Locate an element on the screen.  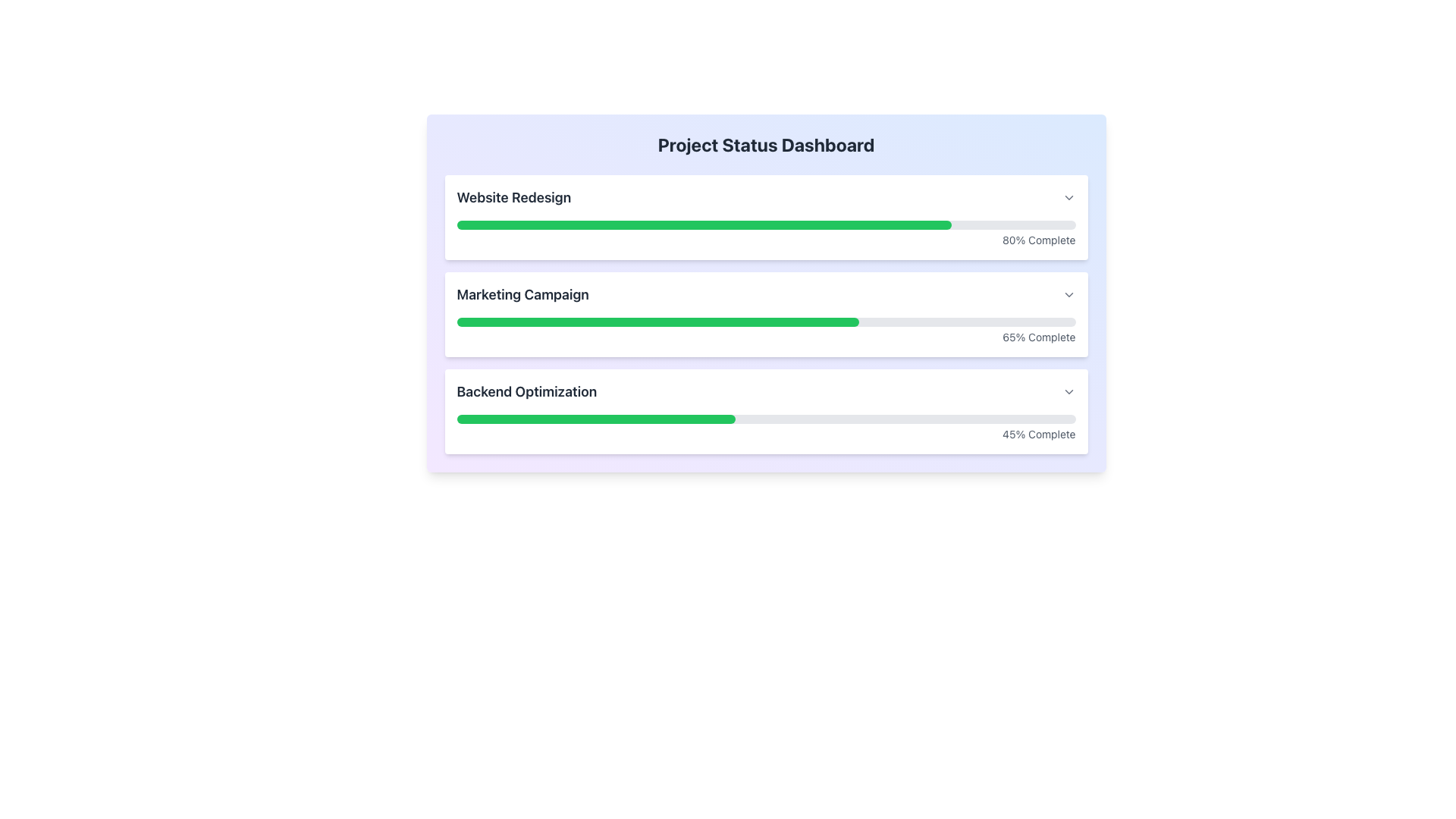
the completion status of the progress bar located in the middle card of the 'Project Status Dashboard' interface, positioned below the title 'Marketing Campaign' and above the label '65% Complete' is located at coordinates (766, 321).